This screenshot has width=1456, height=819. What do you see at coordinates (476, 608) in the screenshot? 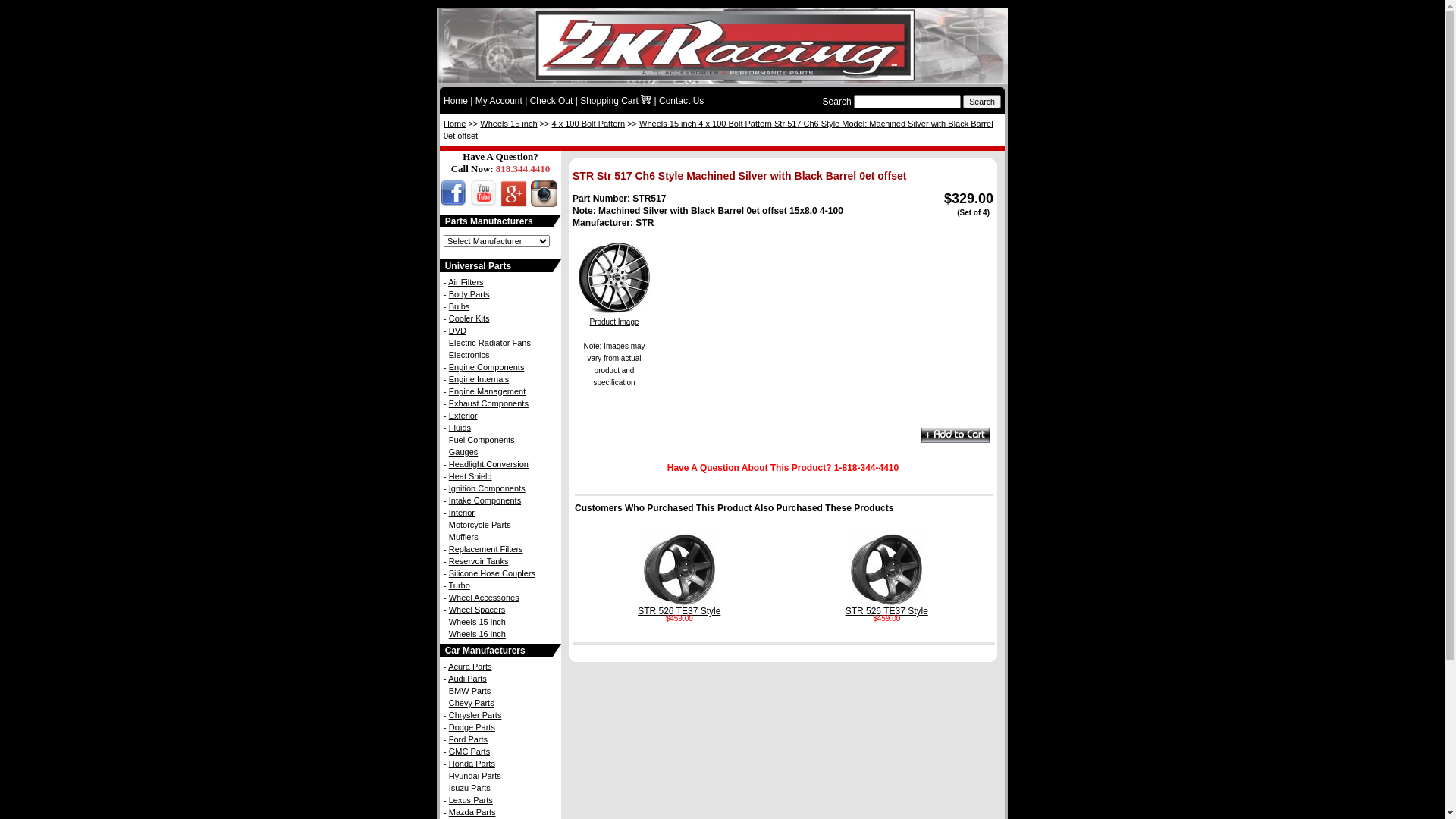
I see `'Wheel Spacers'` at bounding box center [476, 608].